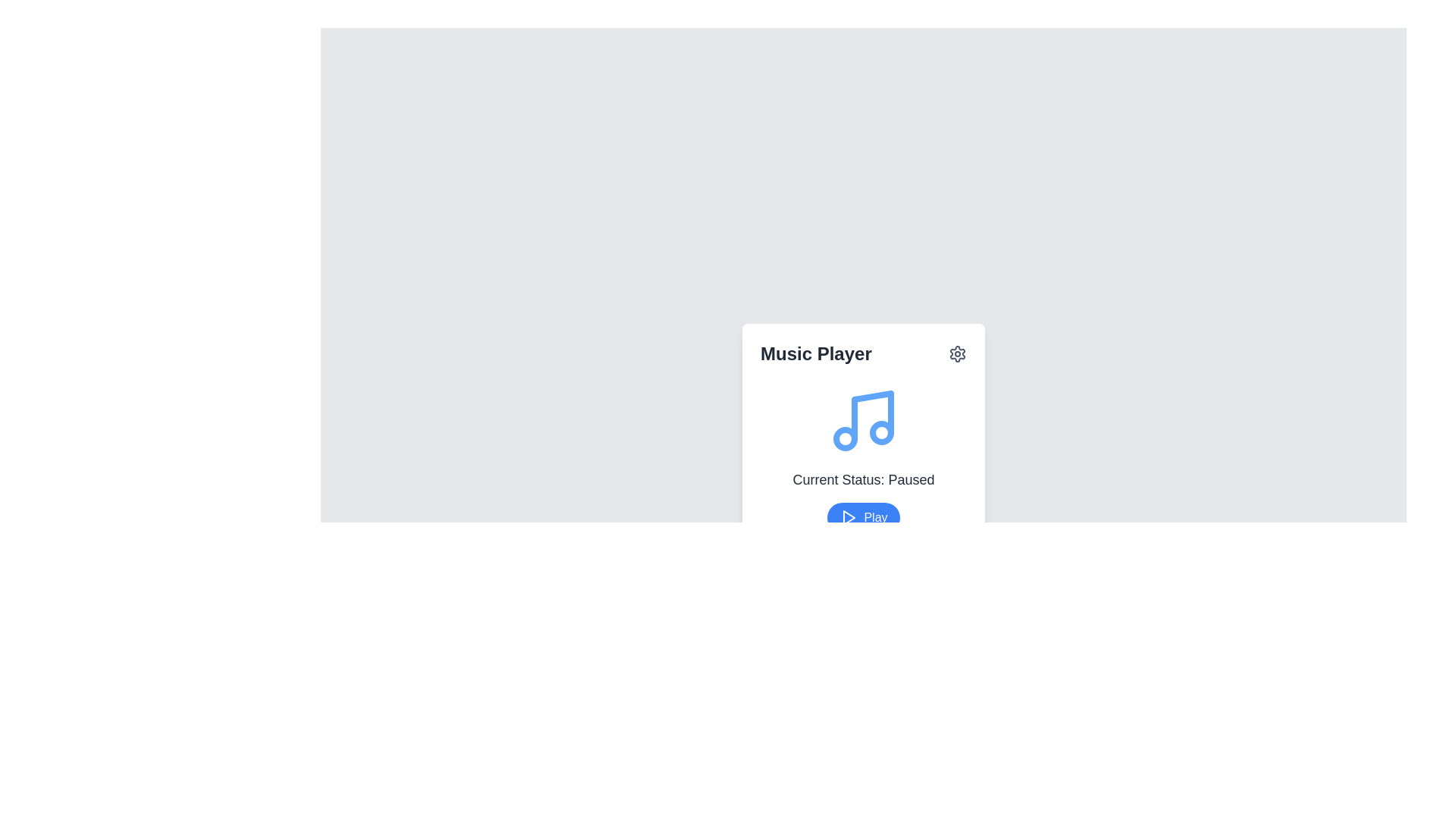 This screenshot has height=819, width=1456. I want to click on the first circular shape in the musical note icon, which represents the body of the note and is positioned to the left of the note's vertical stem, so click(844, 438).